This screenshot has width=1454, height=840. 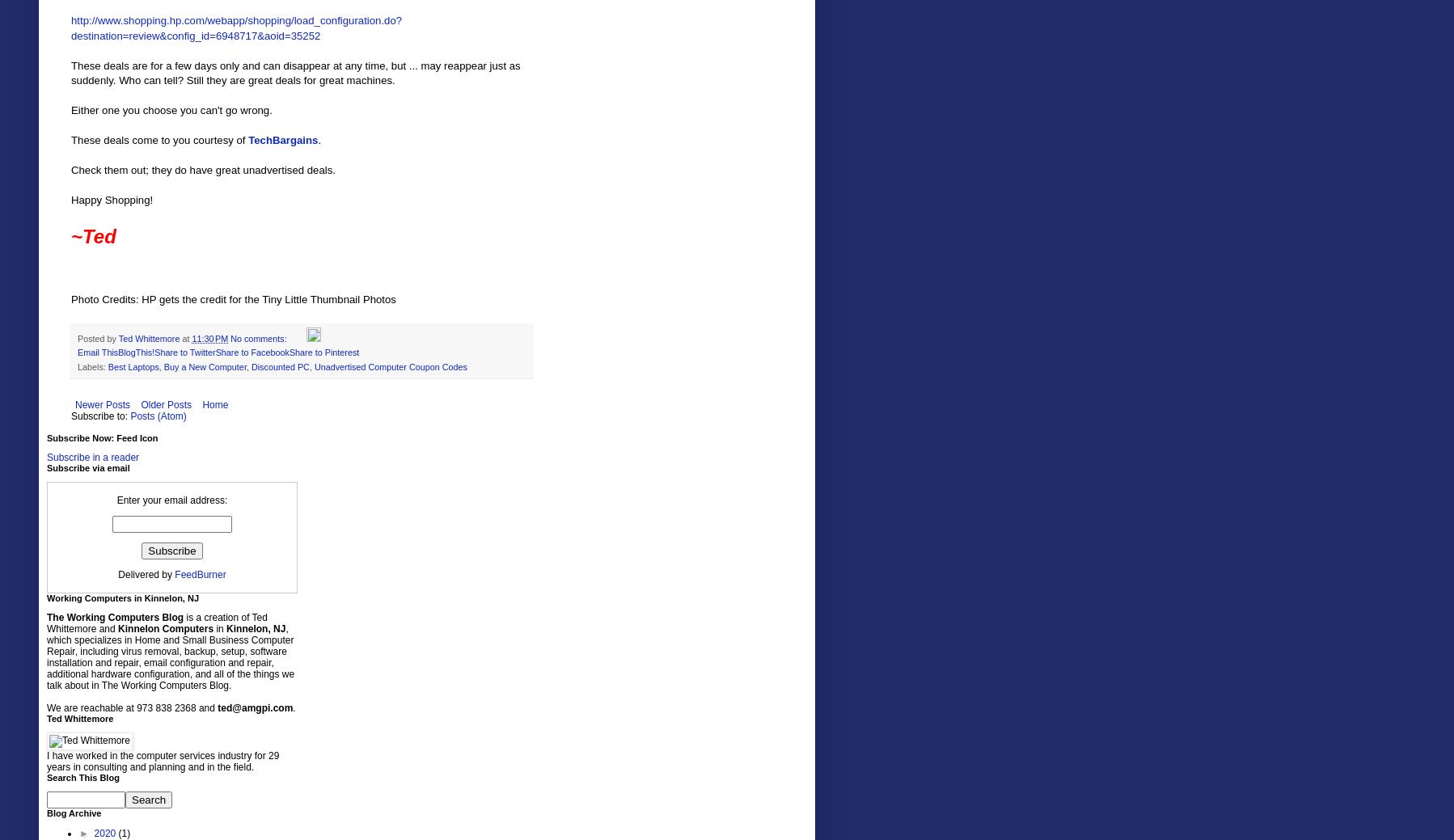 I want to click on 'Working Computers in Kinnelon, NJ', so click(x=122, y=597).